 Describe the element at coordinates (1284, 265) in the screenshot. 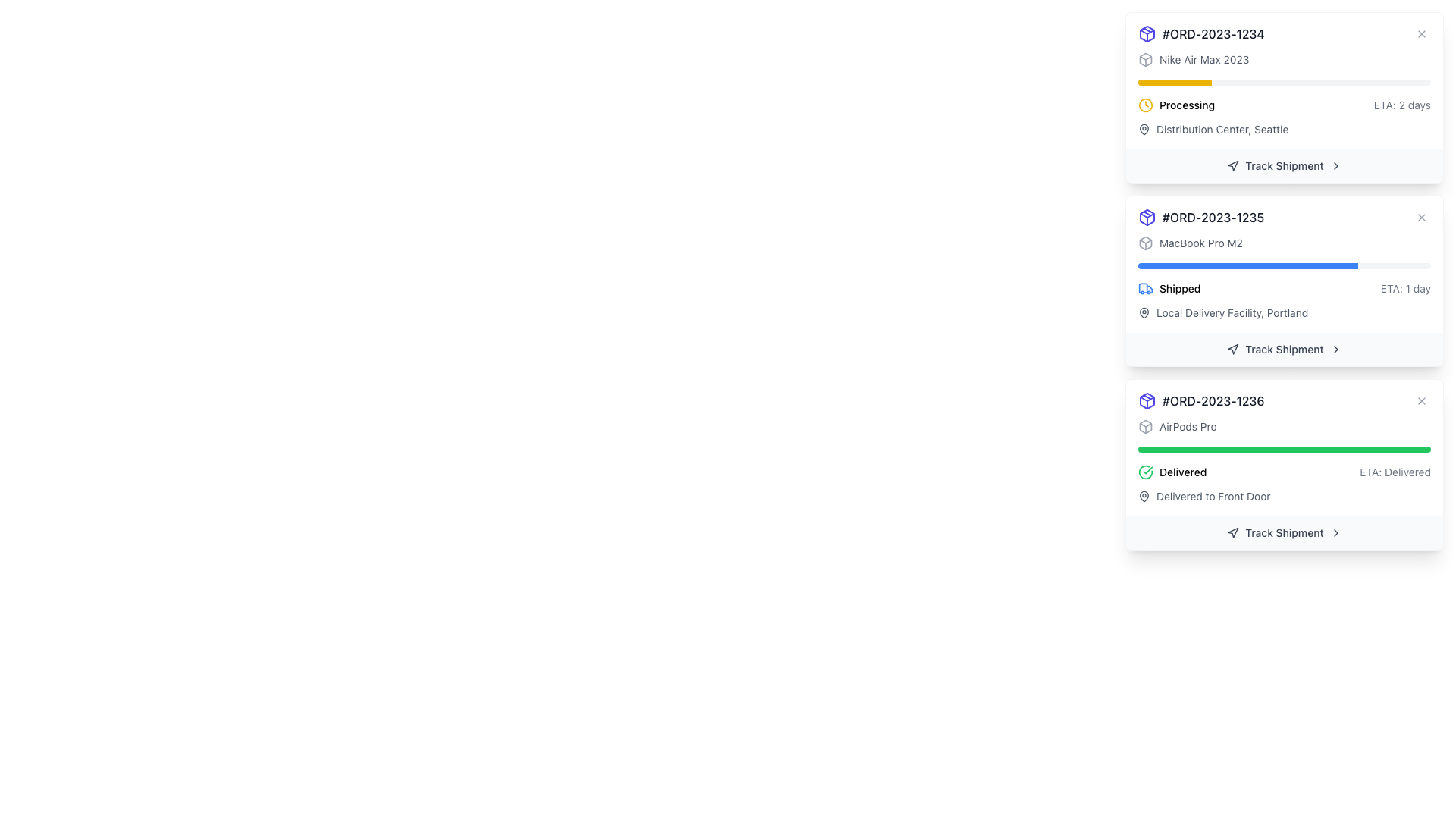

I see `properties of the progress bar representing the shipment progress for the order labeled '#ORD-2023-1235', located below the text 'MacBook Pro M2' and above 'Shipped' in the second shipment card` at that location.